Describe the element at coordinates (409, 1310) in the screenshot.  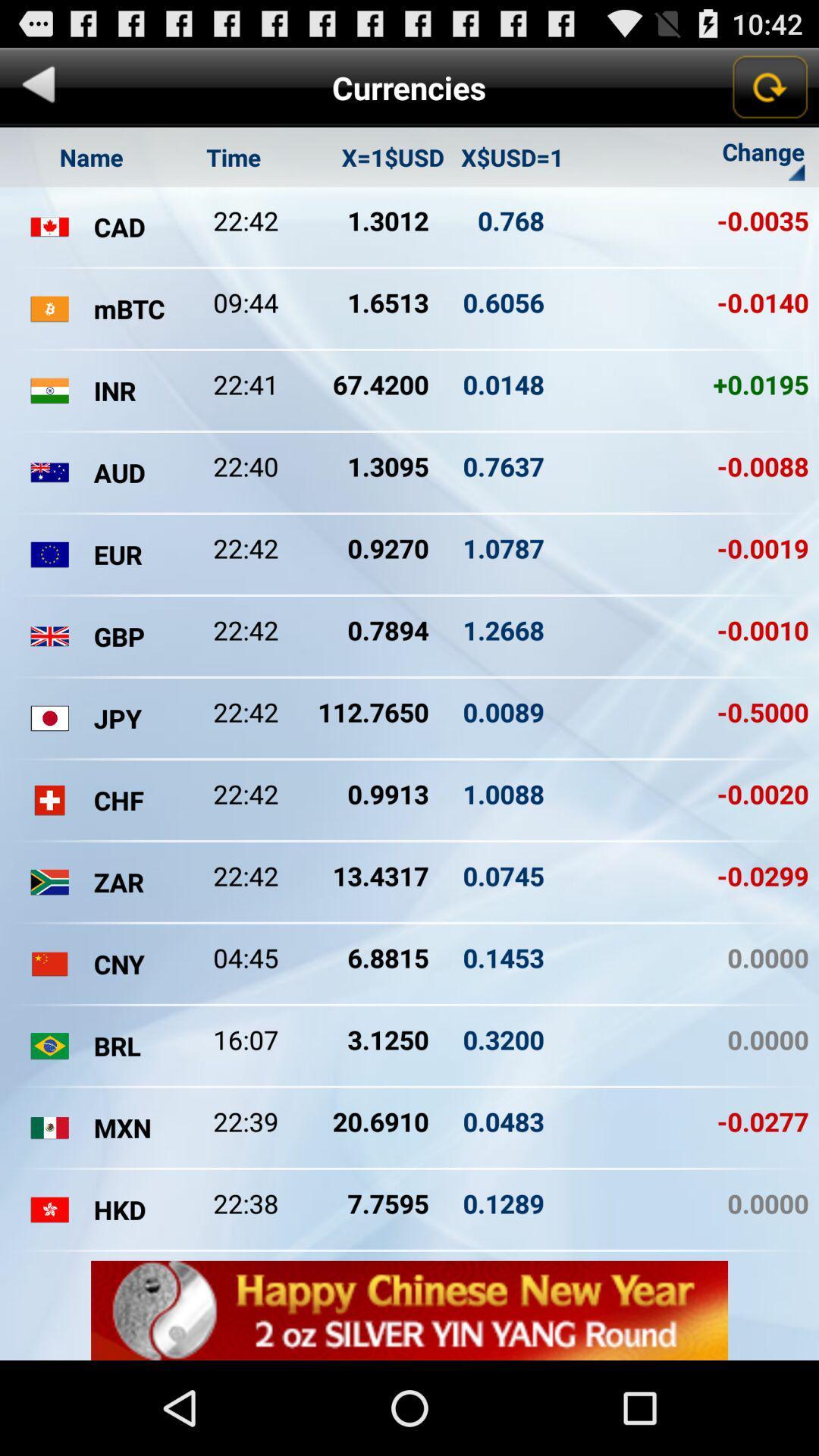
I see `click advertisement` at that location.